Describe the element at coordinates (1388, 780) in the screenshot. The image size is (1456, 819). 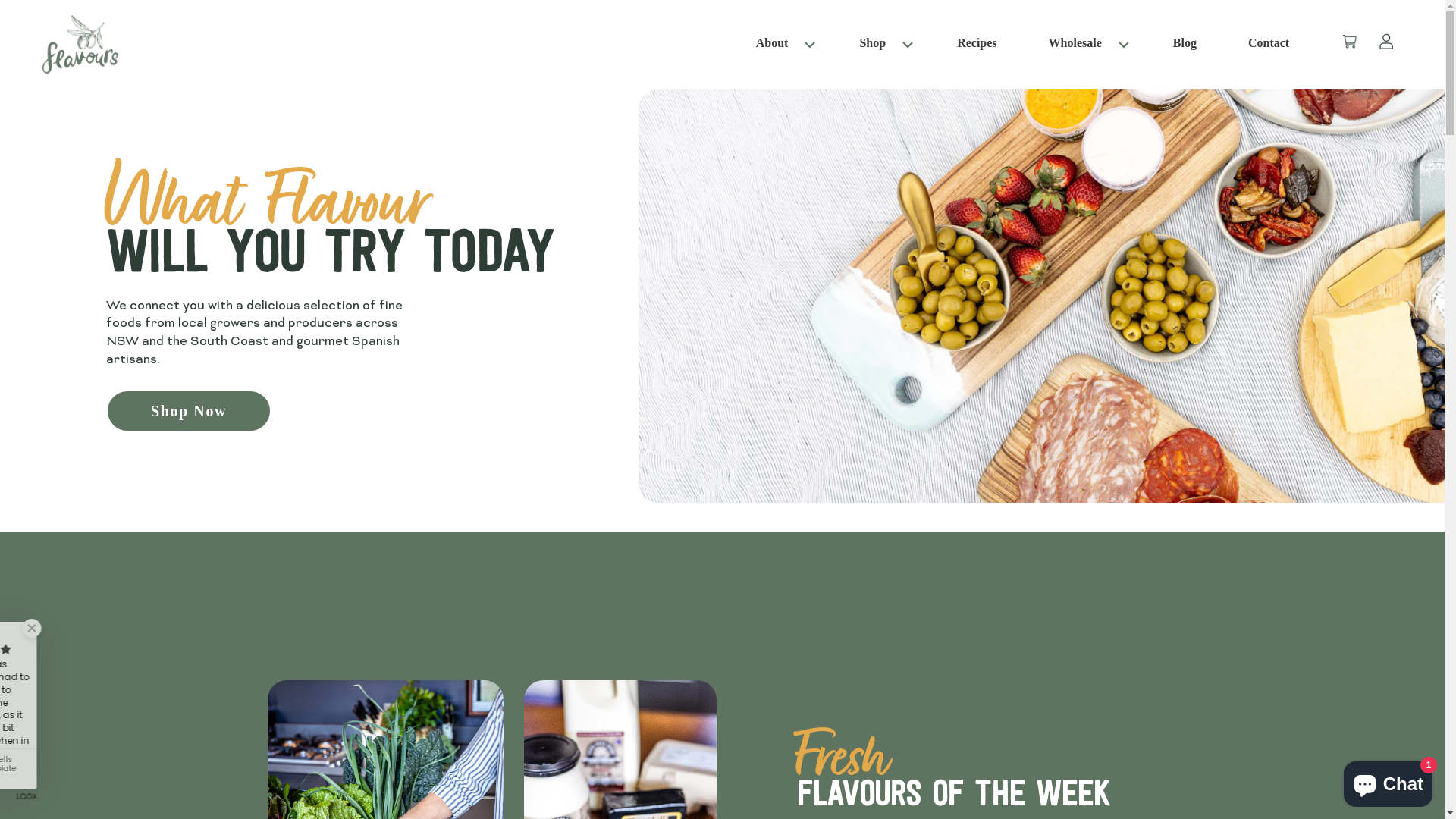
I see `'Shopify online store chat'` at that location.